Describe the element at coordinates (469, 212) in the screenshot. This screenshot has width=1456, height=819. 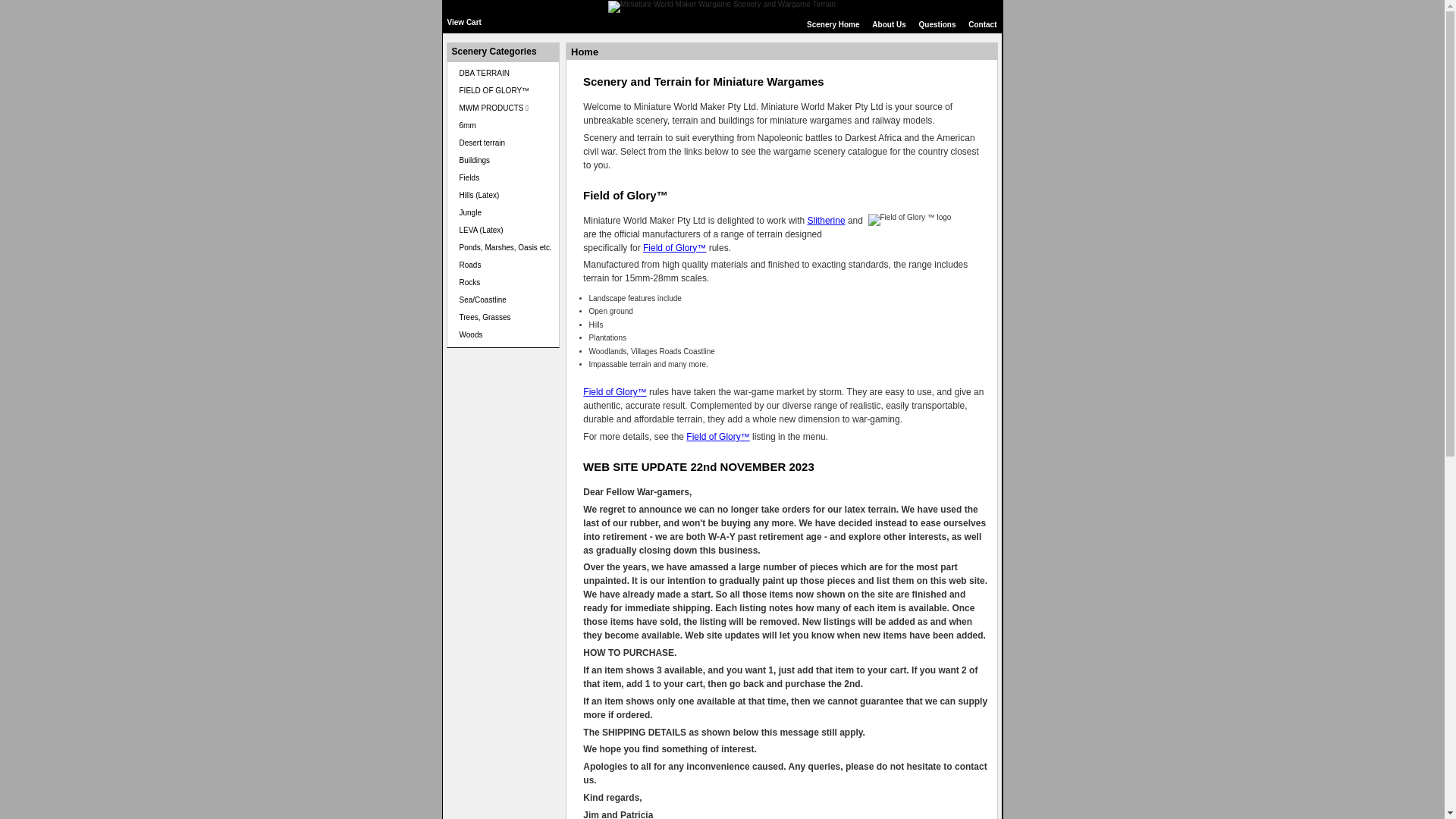
I see `'Jungle'` at that location.